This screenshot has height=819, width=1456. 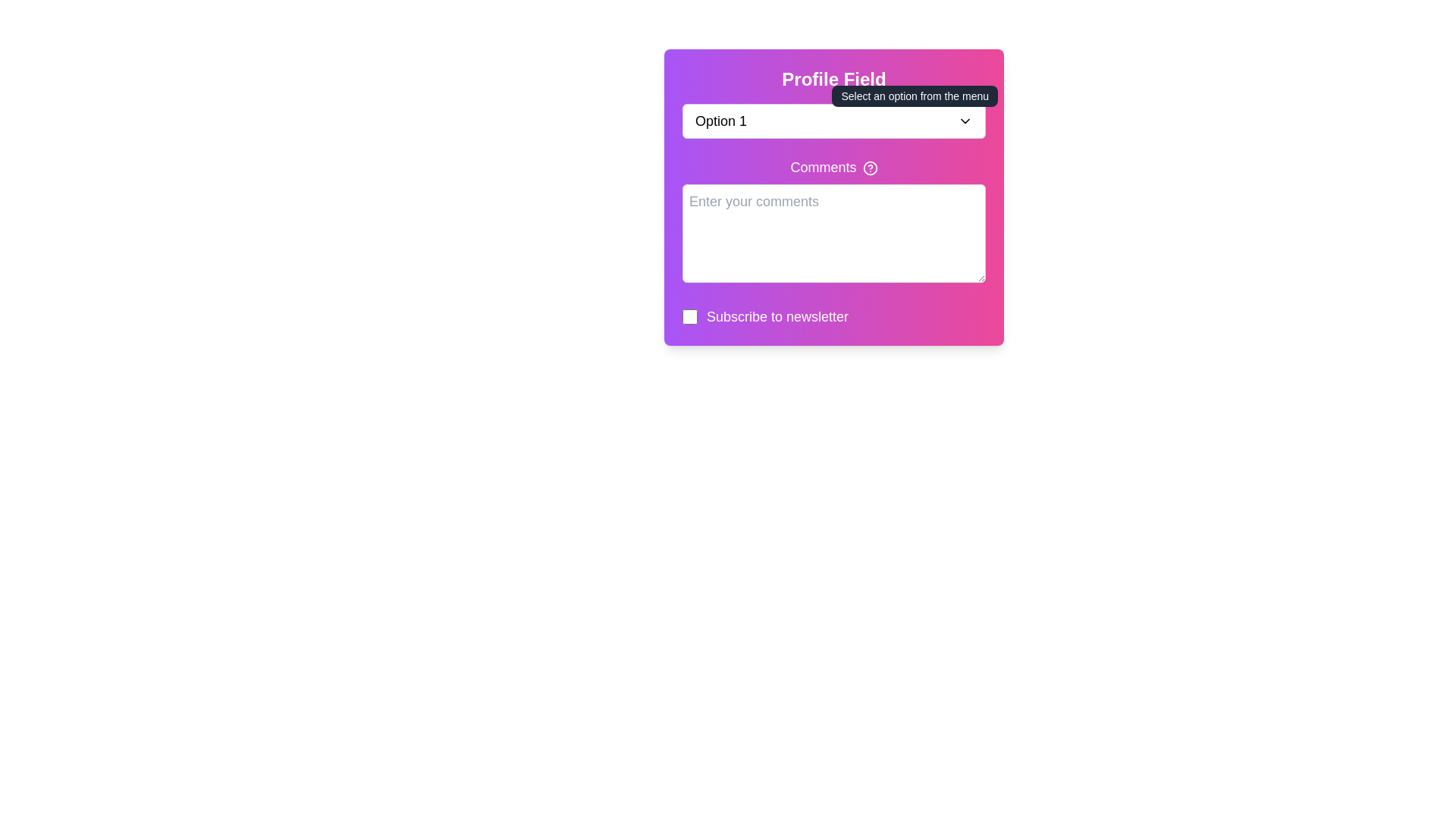 I want to click on the Checkbox for subscribing to the newsletter, located below the 'Comments' text area, so click(x=833, y=315).